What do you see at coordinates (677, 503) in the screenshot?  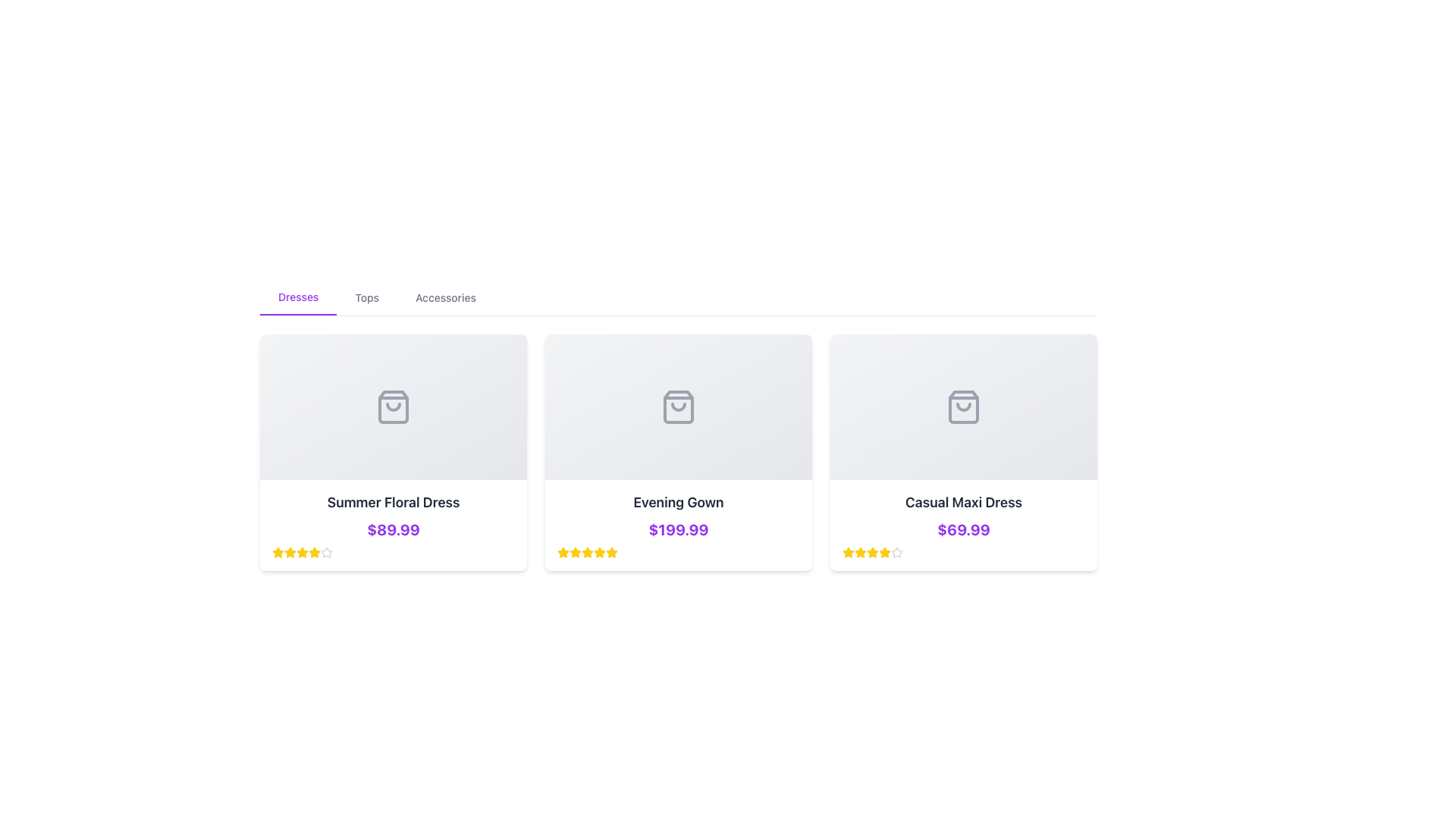 I see `the static text label displaying 'Evening Gown' in bold black font, located in the middle card of a set of three cards, positioned above the price label '$199.99'` at bounding box center [677, 503].